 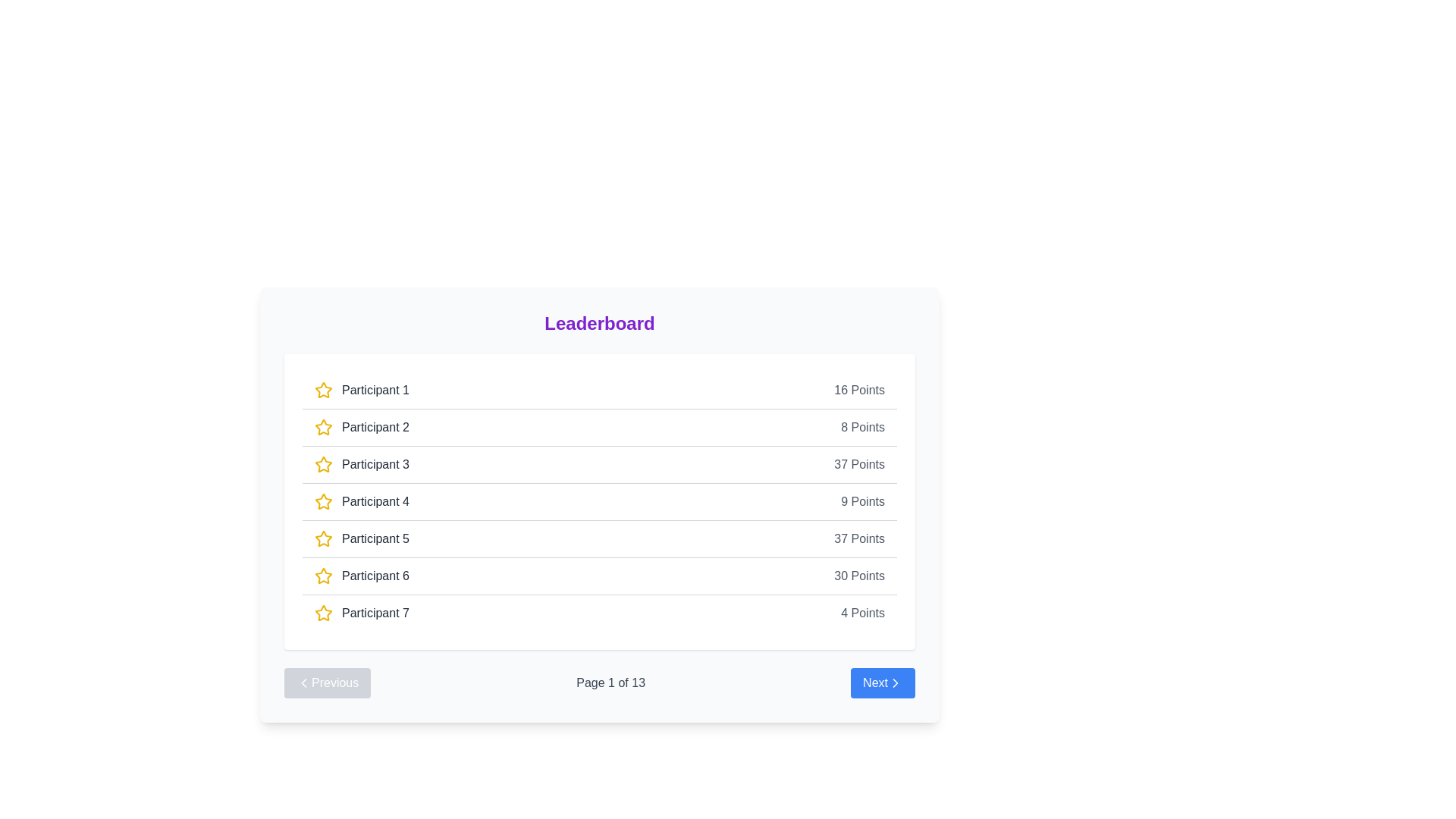 What do you see at coordinates (361, 576) in the screenshot?
I see `the content of the text label indicating the sixth participant in the leaderboard, which is located in the sixth row, aligned with a yellow star icon on the left and '30 Points' on the right` at bounding box center [361, 576].